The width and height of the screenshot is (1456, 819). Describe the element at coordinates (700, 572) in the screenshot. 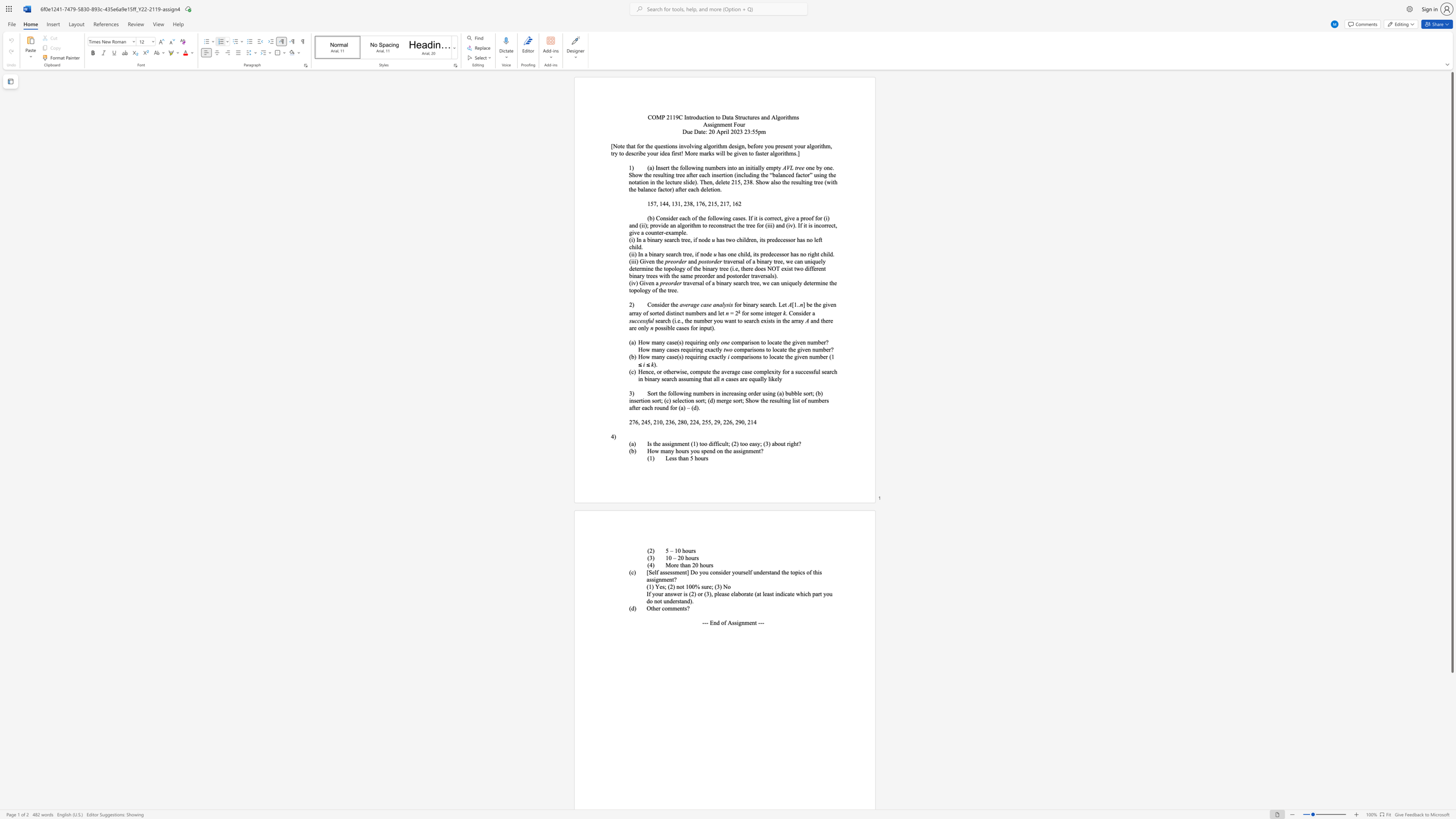

I see `the 1th character "y" in the text` at that location.